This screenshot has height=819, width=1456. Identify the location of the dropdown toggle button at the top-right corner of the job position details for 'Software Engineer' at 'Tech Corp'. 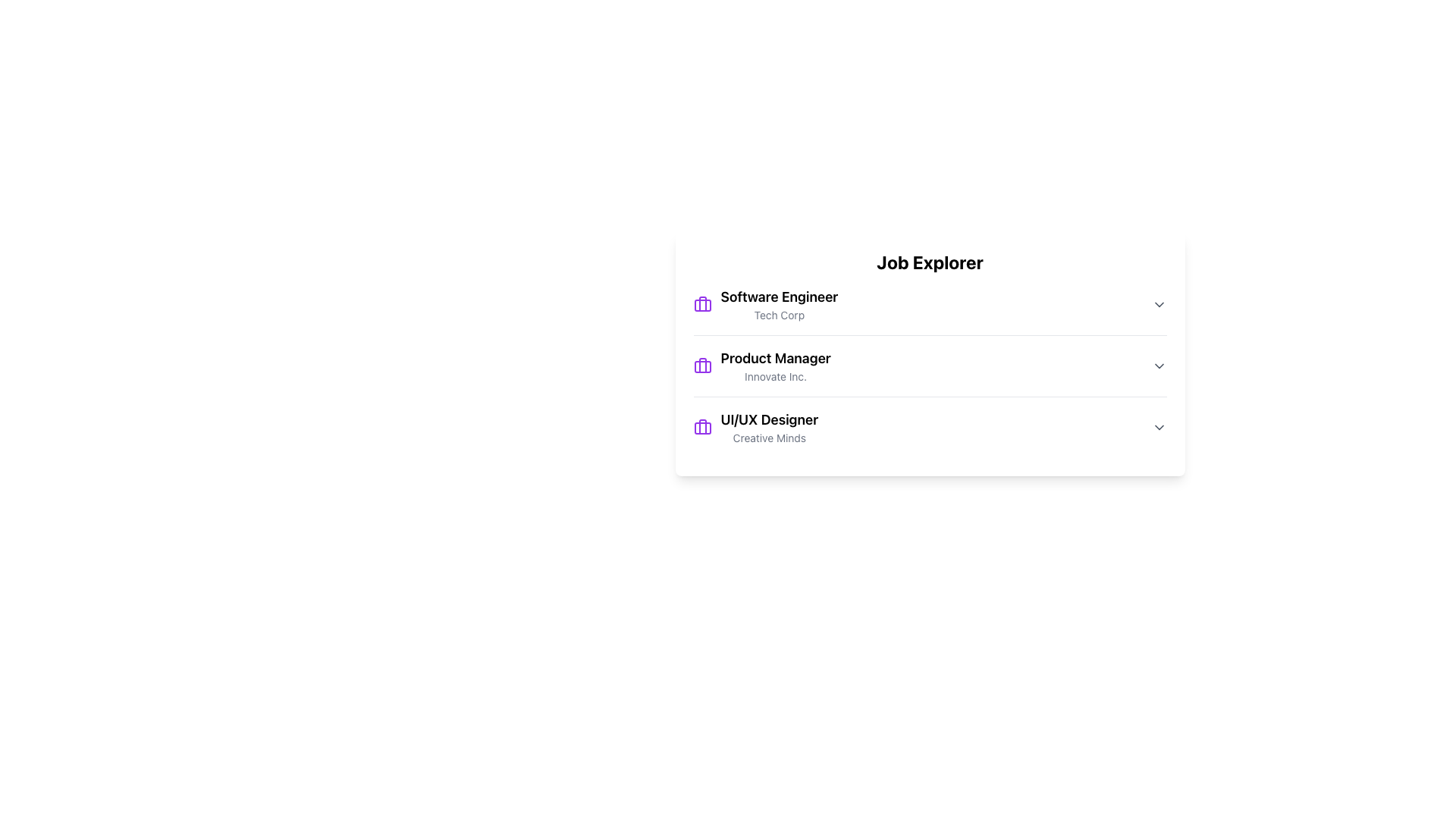
(1158, 304).